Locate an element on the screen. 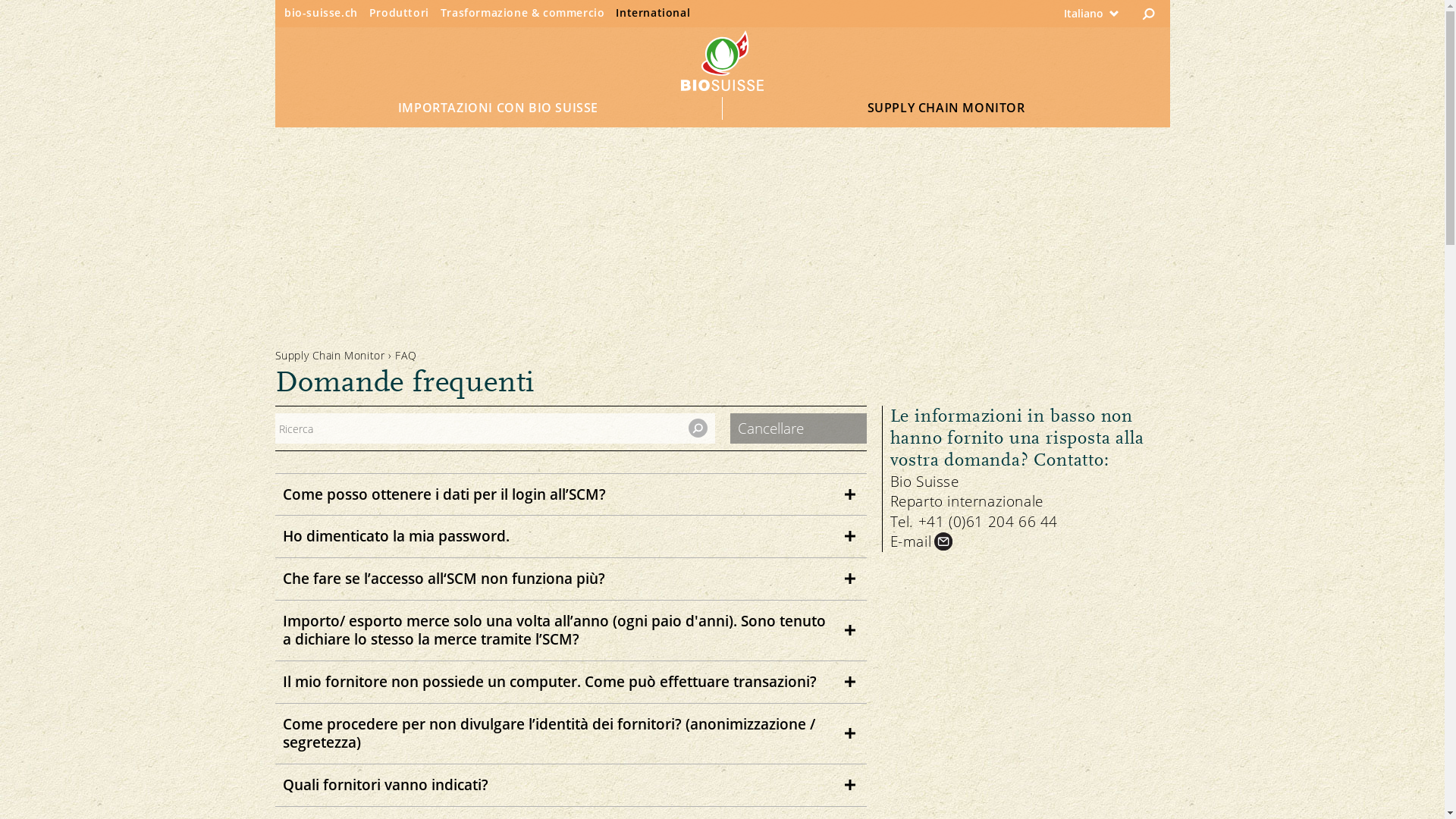 This screenshot has width=1456, height=819. 'Cancellare' is located at coordinates (730, 428).